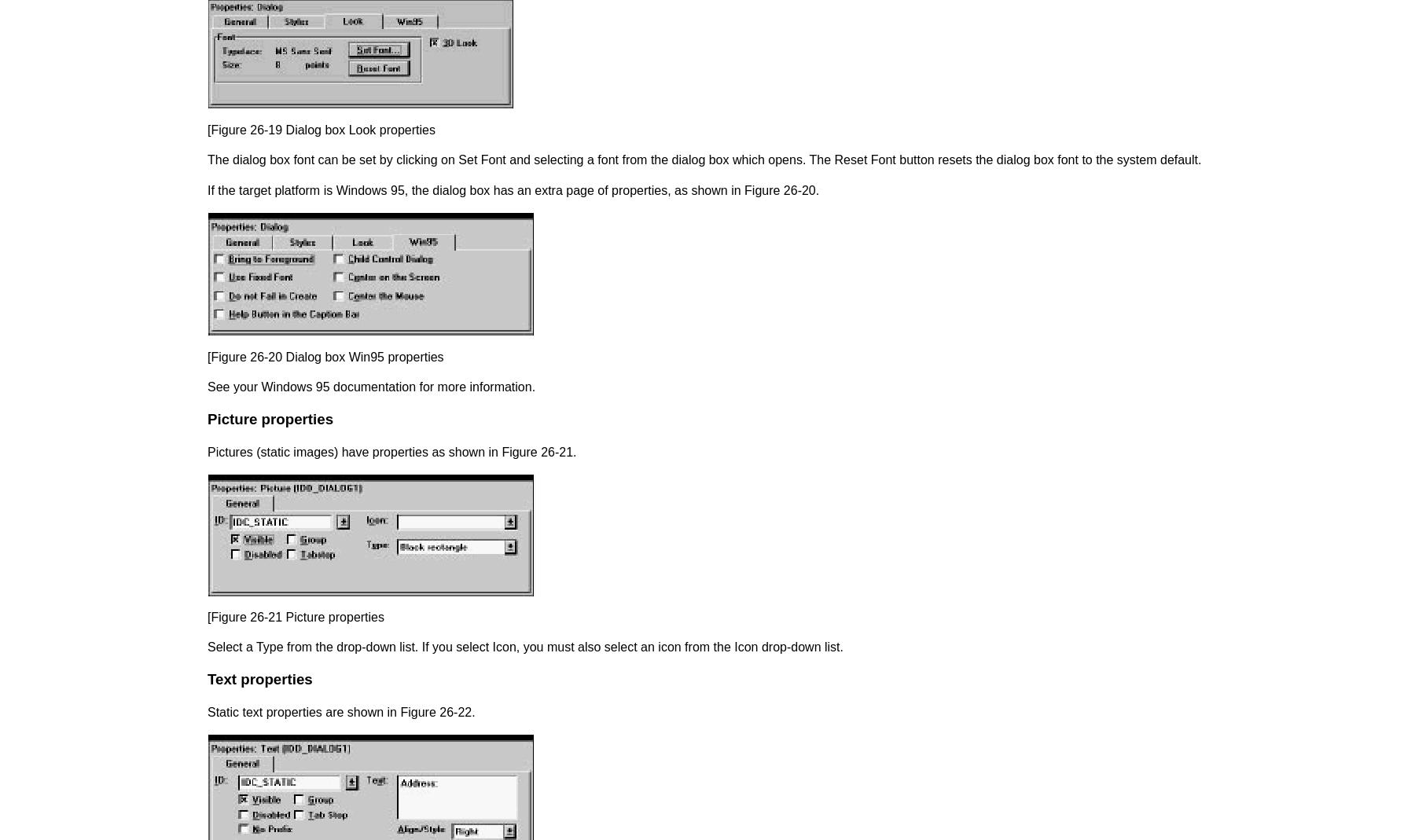 Image resolution: width=1415 pixels, height=840 pixels. Describe the element at coordinates (207, 616) in the screenshot. I see `'[Figure 26-21 Picture properties'` at that location.